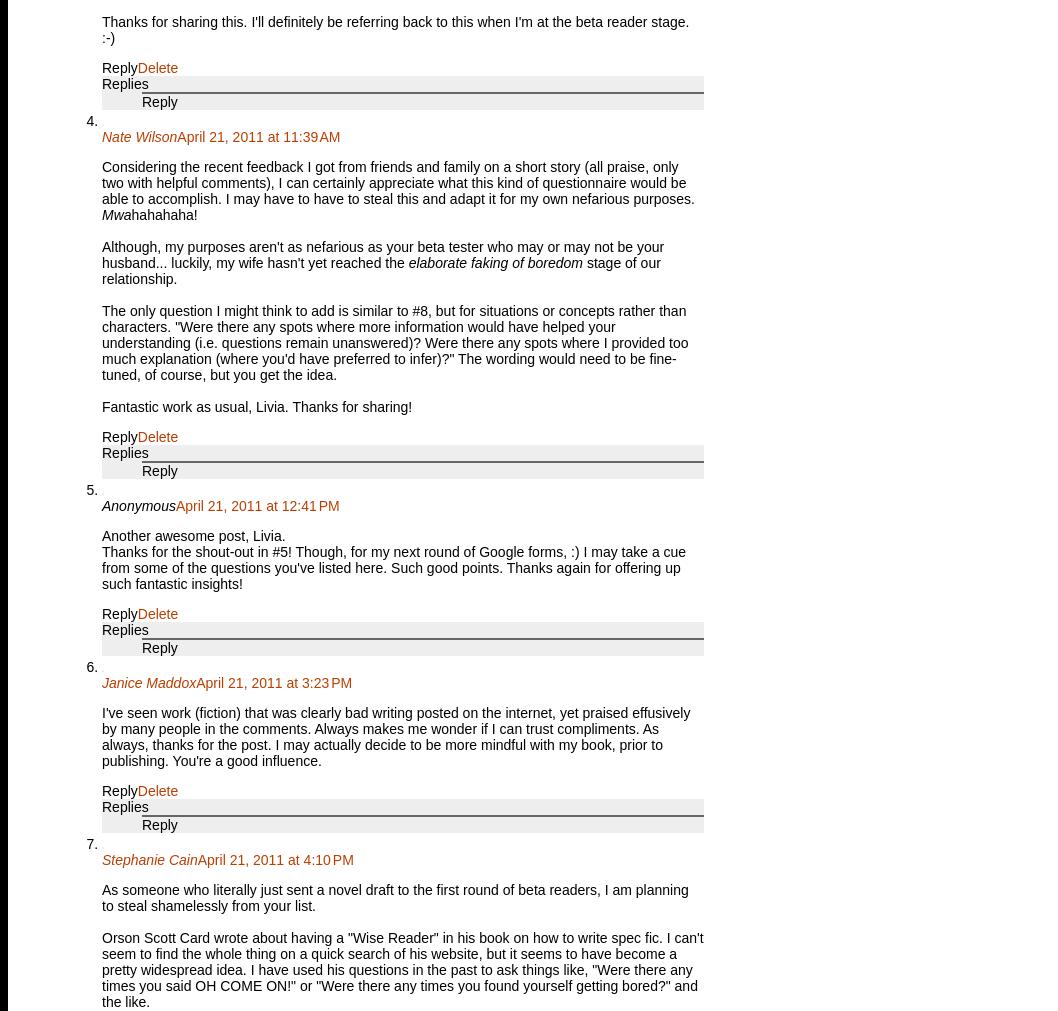 This screenshot has width=1058, height=1011. Describe the element at coordinates (100, 29) in the screenshot. I see `'Thanks for sharing this. I'll definitely be referring back to this when I'm at the beta reader stage. :-)'` at that location.